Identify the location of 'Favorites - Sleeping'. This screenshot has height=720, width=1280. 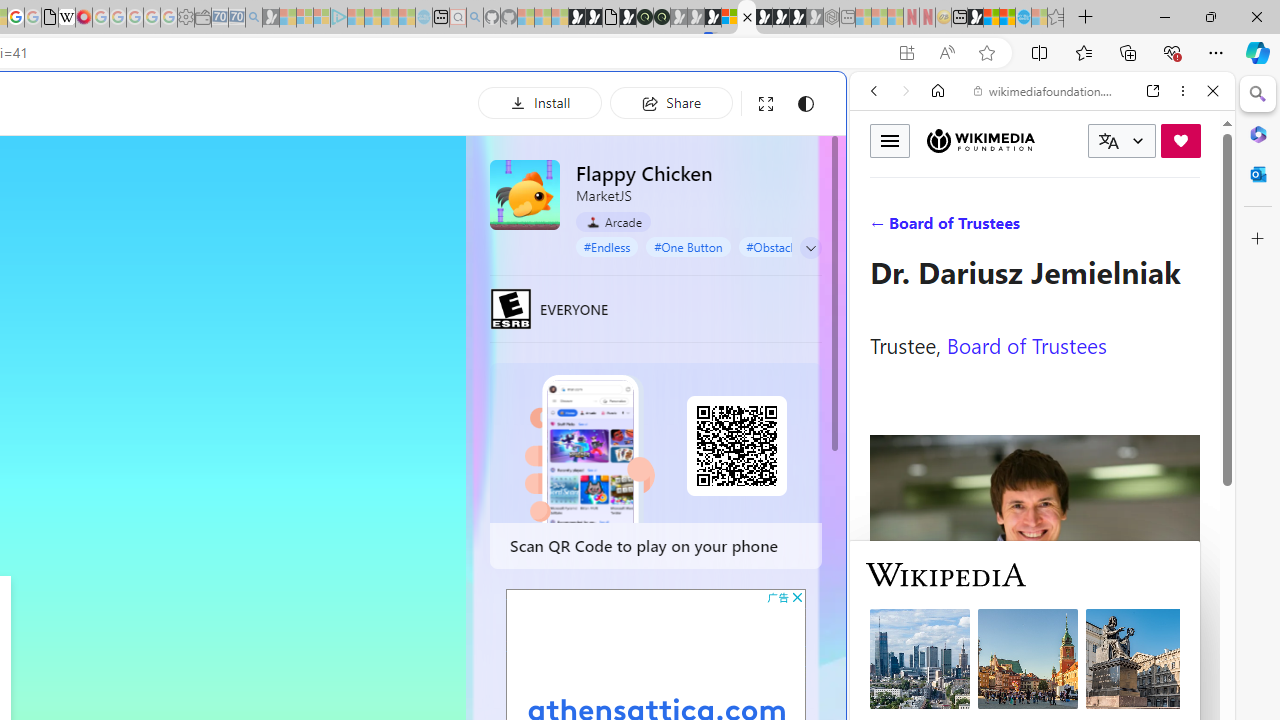
(1055, 17).